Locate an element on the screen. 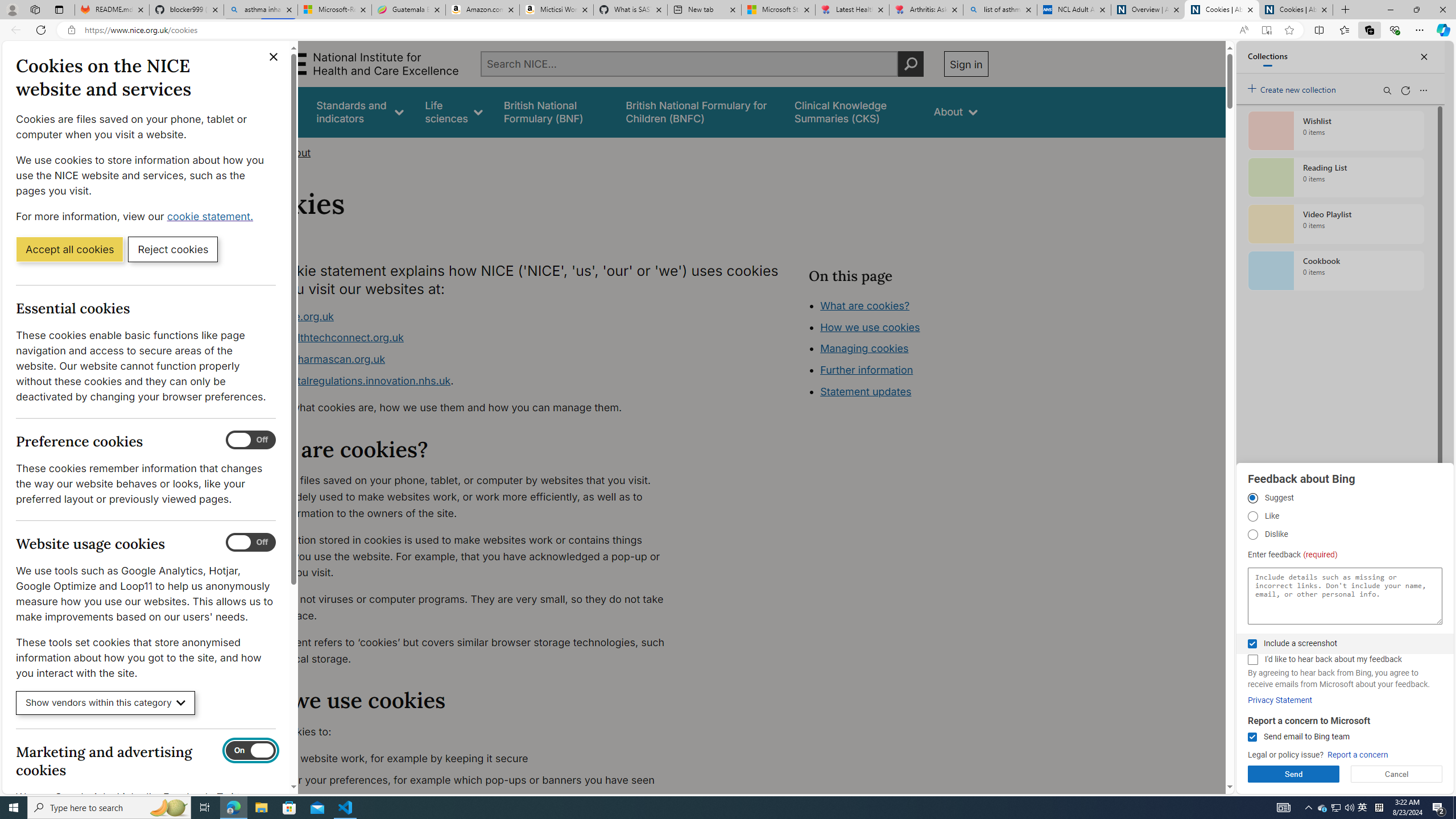 This screenshot has height=819, width=1456. 'I' is located at coordinates (1252, 659).